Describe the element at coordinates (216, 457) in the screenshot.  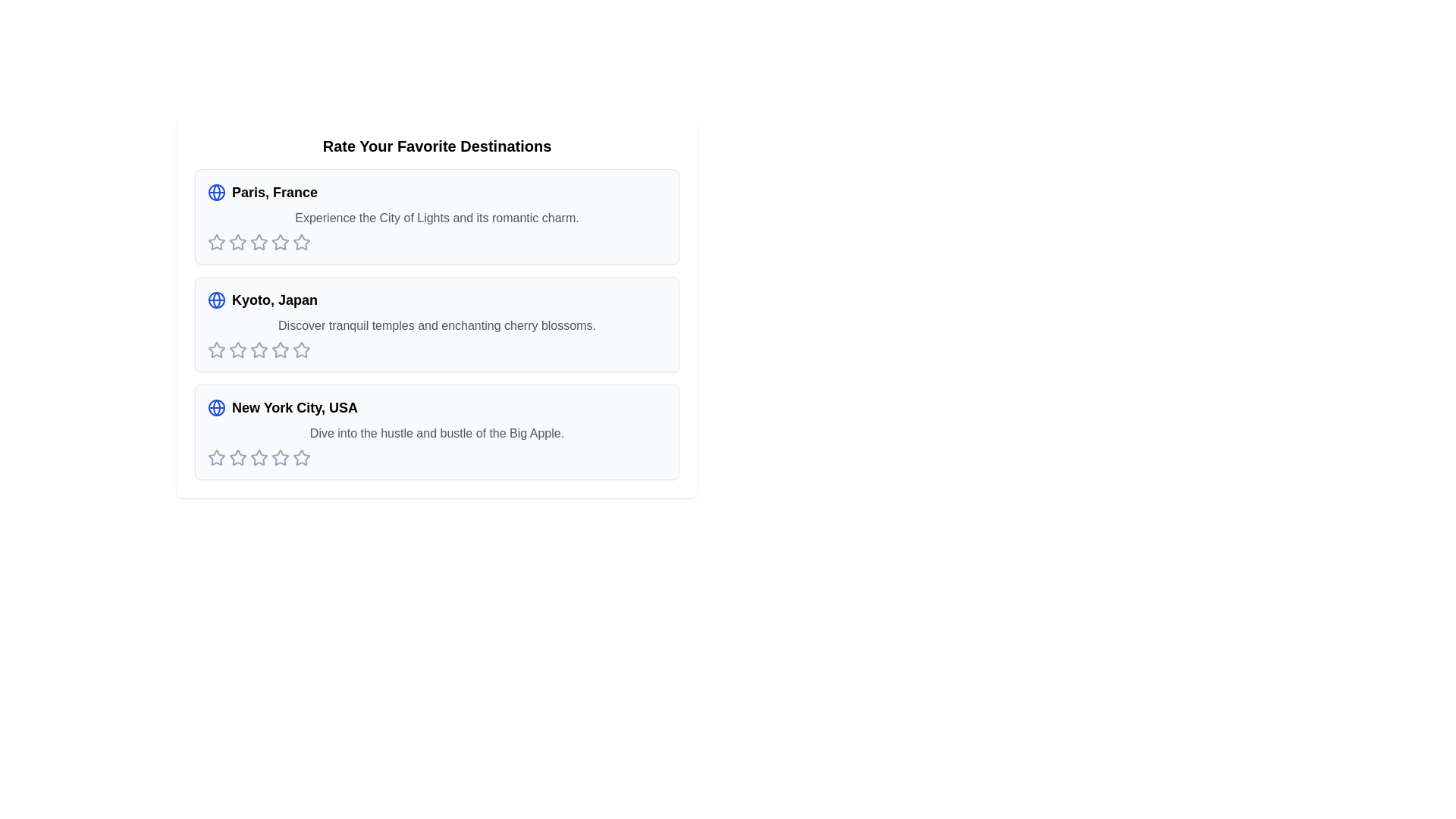
I see `the first gray star icon in the horizontal row of rating stars located under the 'New York City, USA' section` at that location.